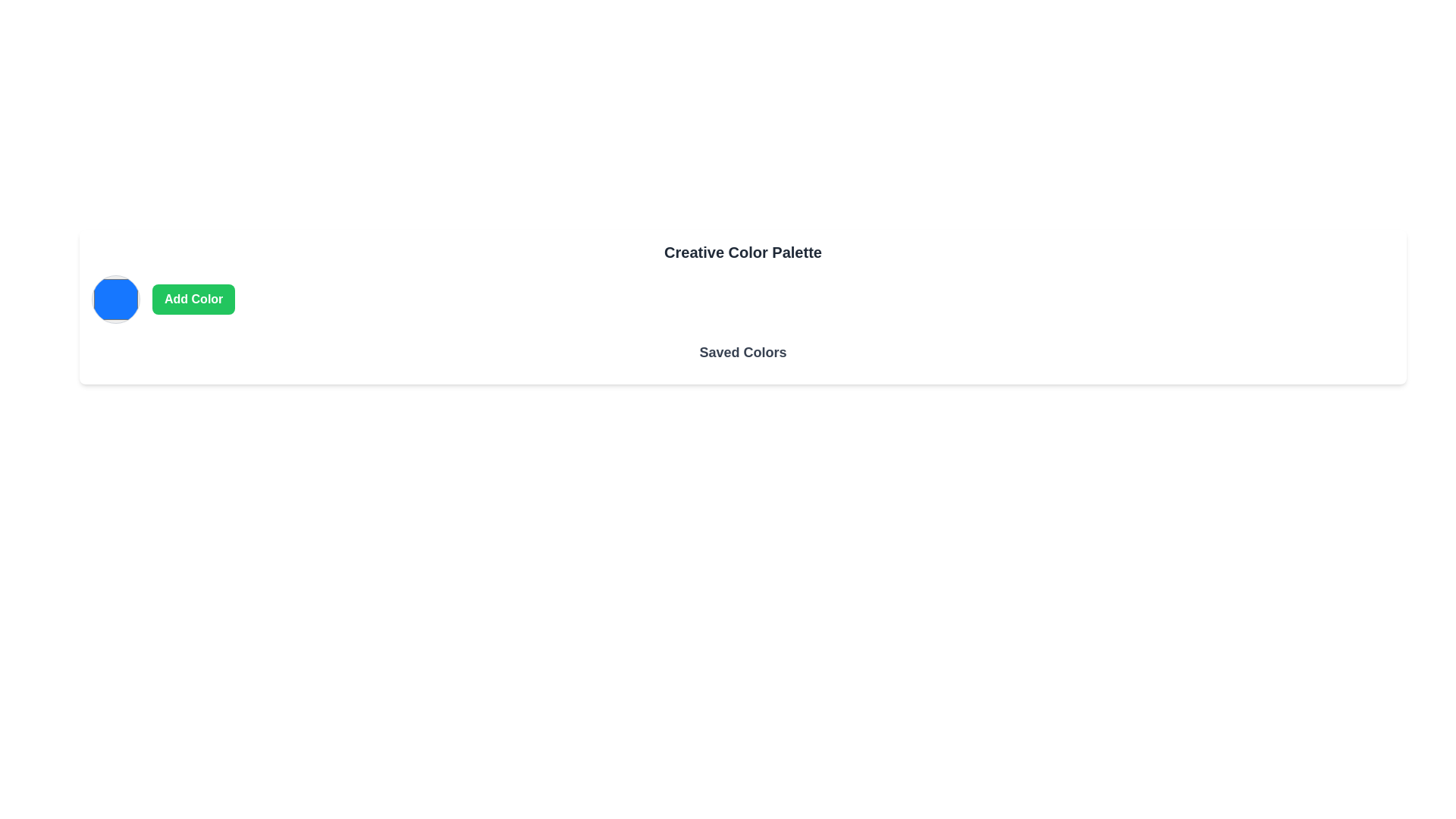  What do you see at coordinates (193, 299) in the screenshot?
I see `the button located to the right of the circular color picker, which triggers an action` at bounding box center [193, 299].